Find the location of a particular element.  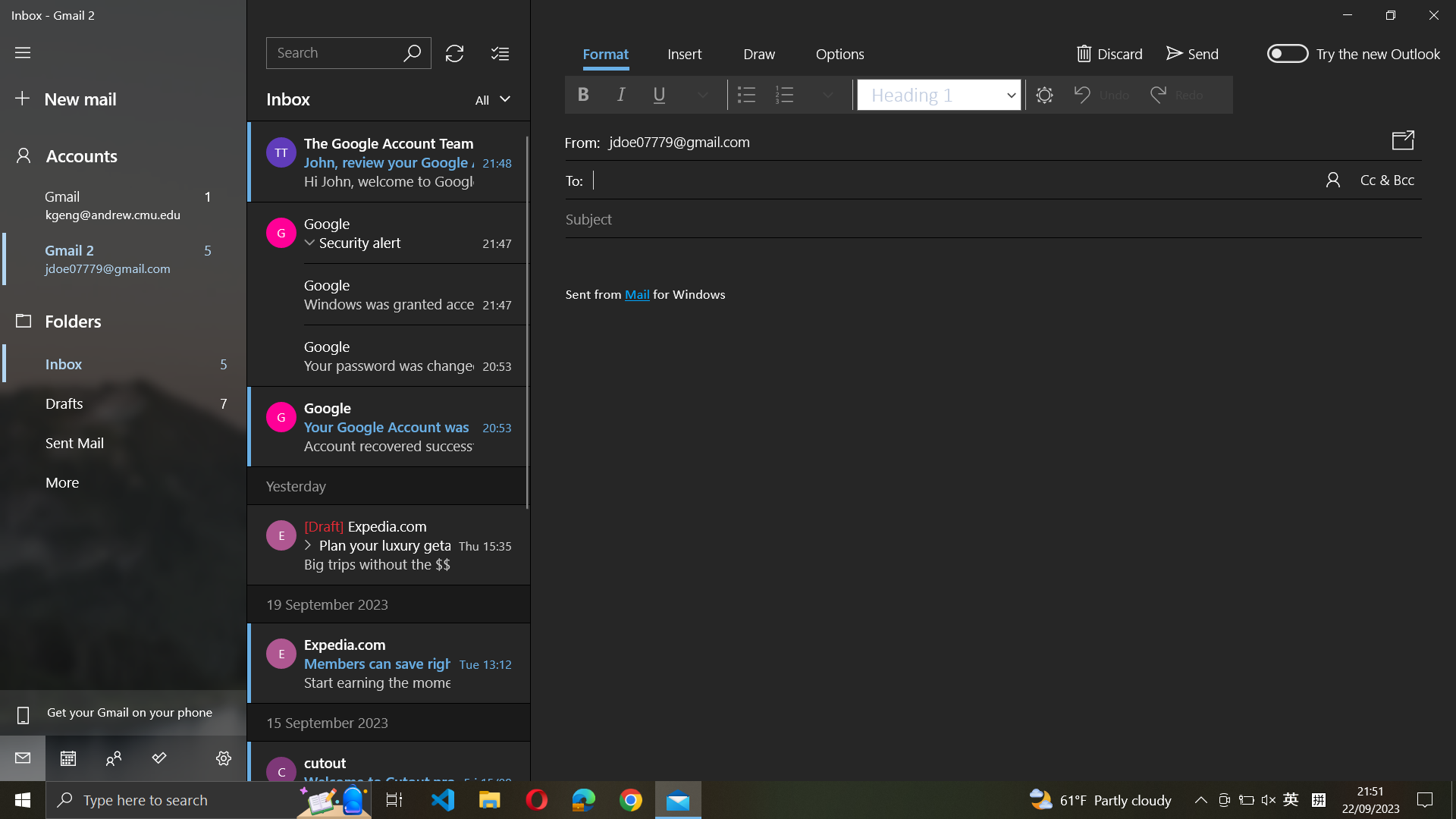

Send email is located at coordinates (1191, 51).